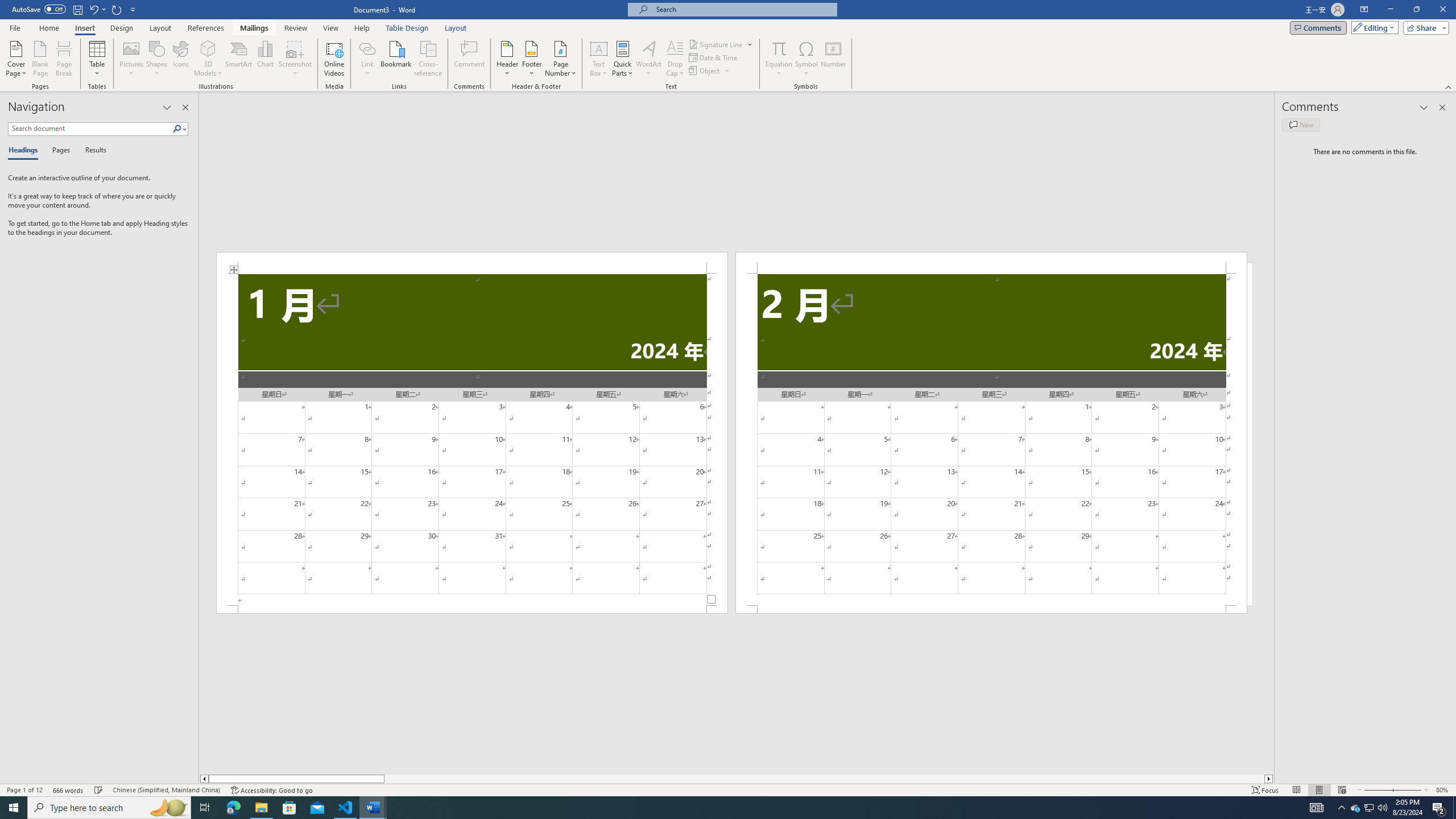 This screenshot has width=1456, height=819. What do you see at coordinates (428, 59) in the screenshot?
I see `'Cross-reference...'` at bounding box center [428, 59].